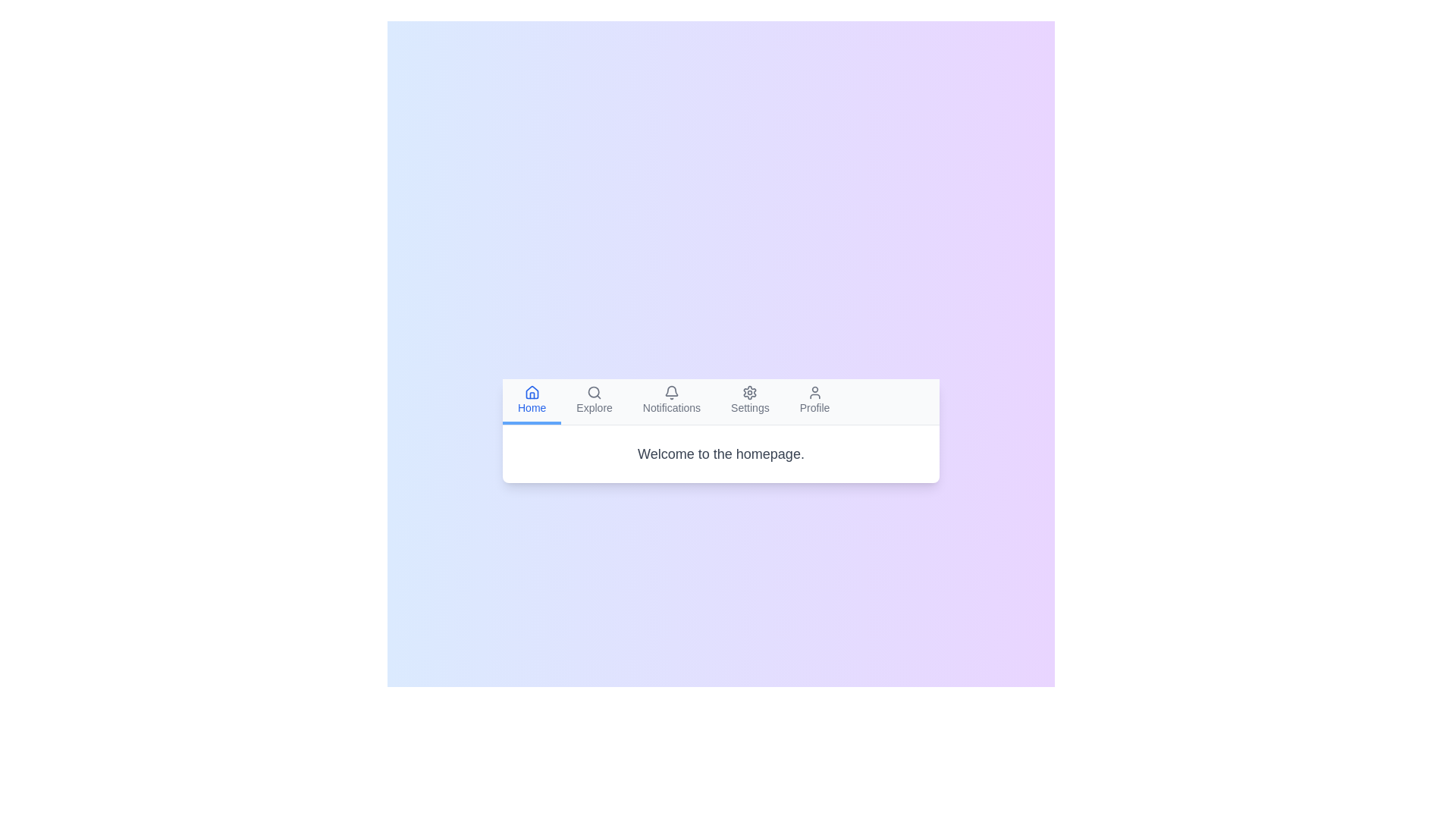 The width and height of the screenshot is (1456, 819). Describe the element at coordinates (670, 400) in the screenshot. I see `the tab labeled Notifications to select it` at that location.